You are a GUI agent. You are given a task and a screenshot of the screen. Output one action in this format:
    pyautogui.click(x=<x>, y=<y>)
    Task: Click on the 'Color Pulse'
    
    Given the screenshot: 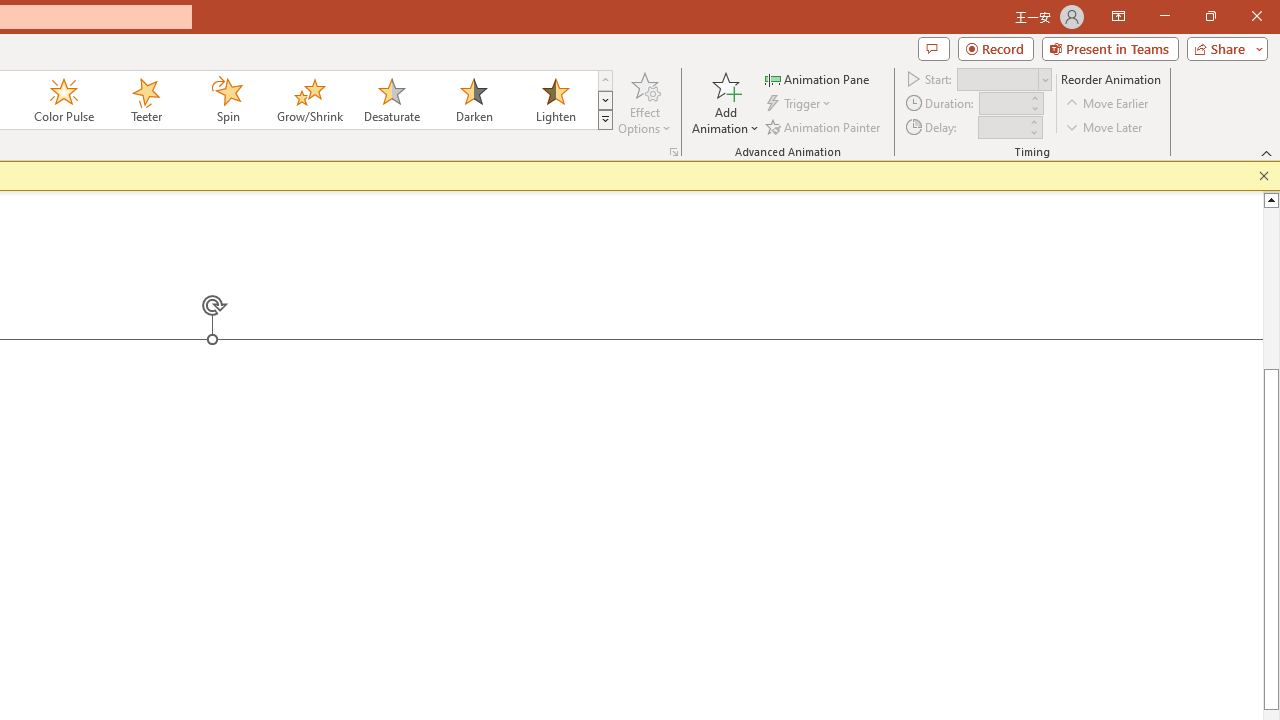 What is the action you would take?
    pyautogui.click(x=64, y=100)
    